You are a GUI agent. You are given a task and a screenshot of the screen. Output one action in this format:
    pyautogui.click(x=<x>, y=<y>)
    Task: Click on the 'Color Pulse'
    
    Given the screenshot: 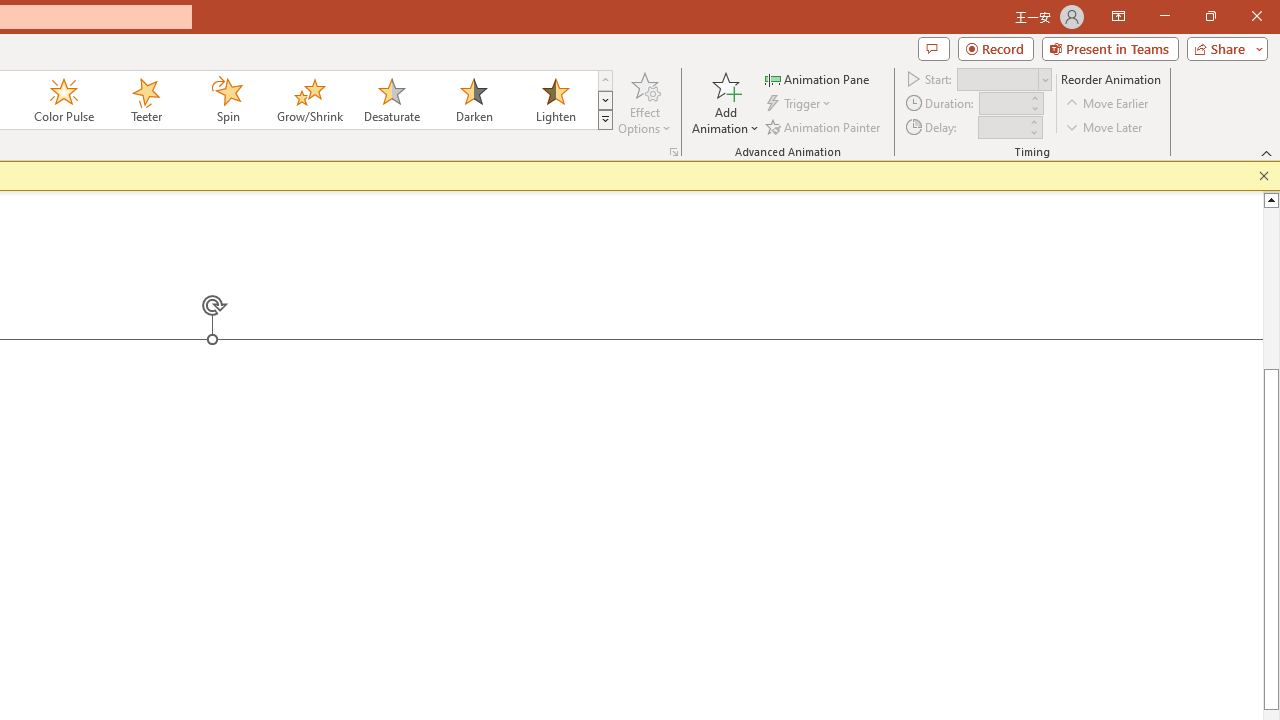 What is the action you would take?
    pyautogui.click(x=64, y=100)
    